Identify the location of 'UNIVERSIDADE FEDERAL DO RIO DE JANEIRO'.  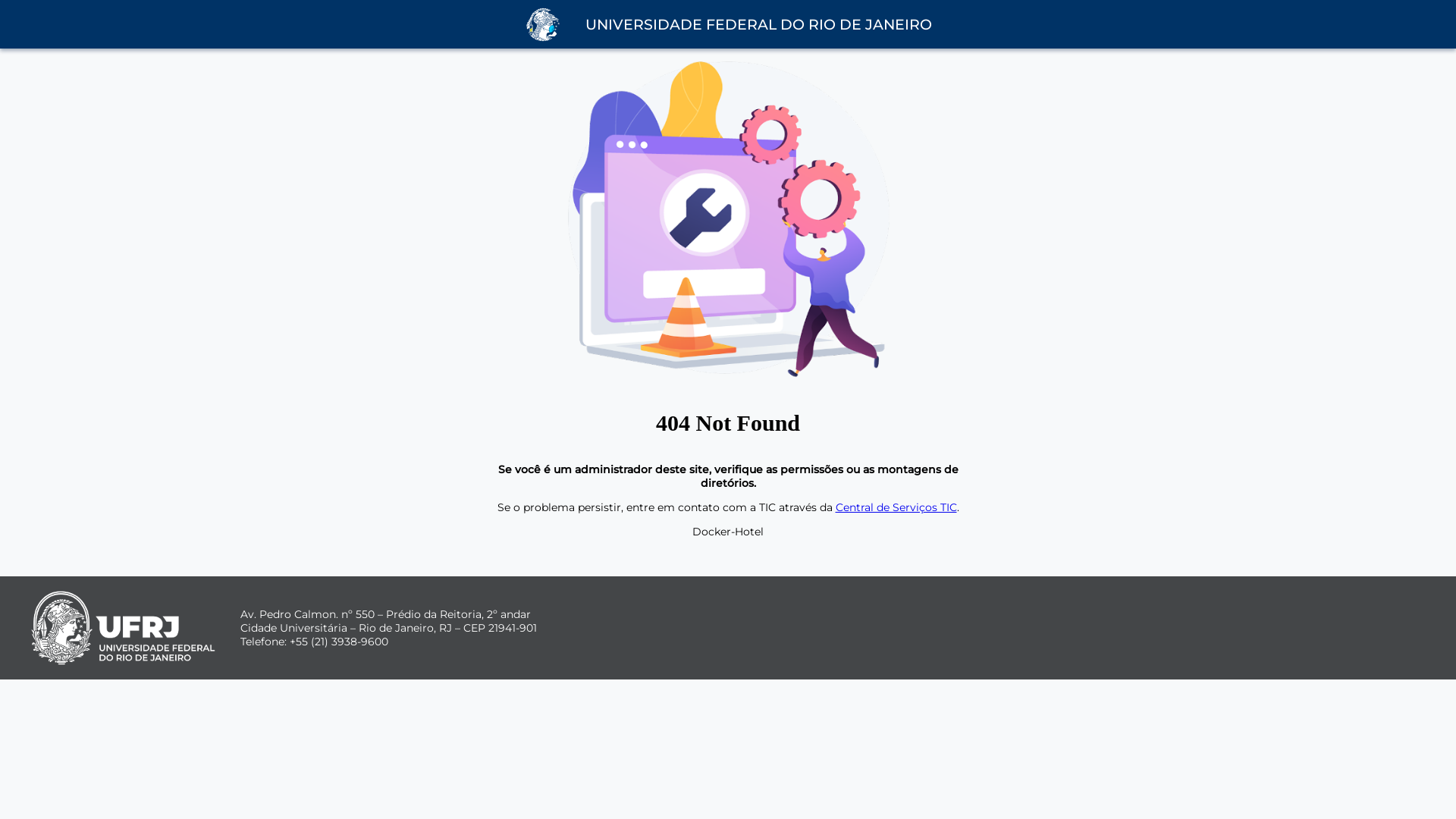
(758, 24).